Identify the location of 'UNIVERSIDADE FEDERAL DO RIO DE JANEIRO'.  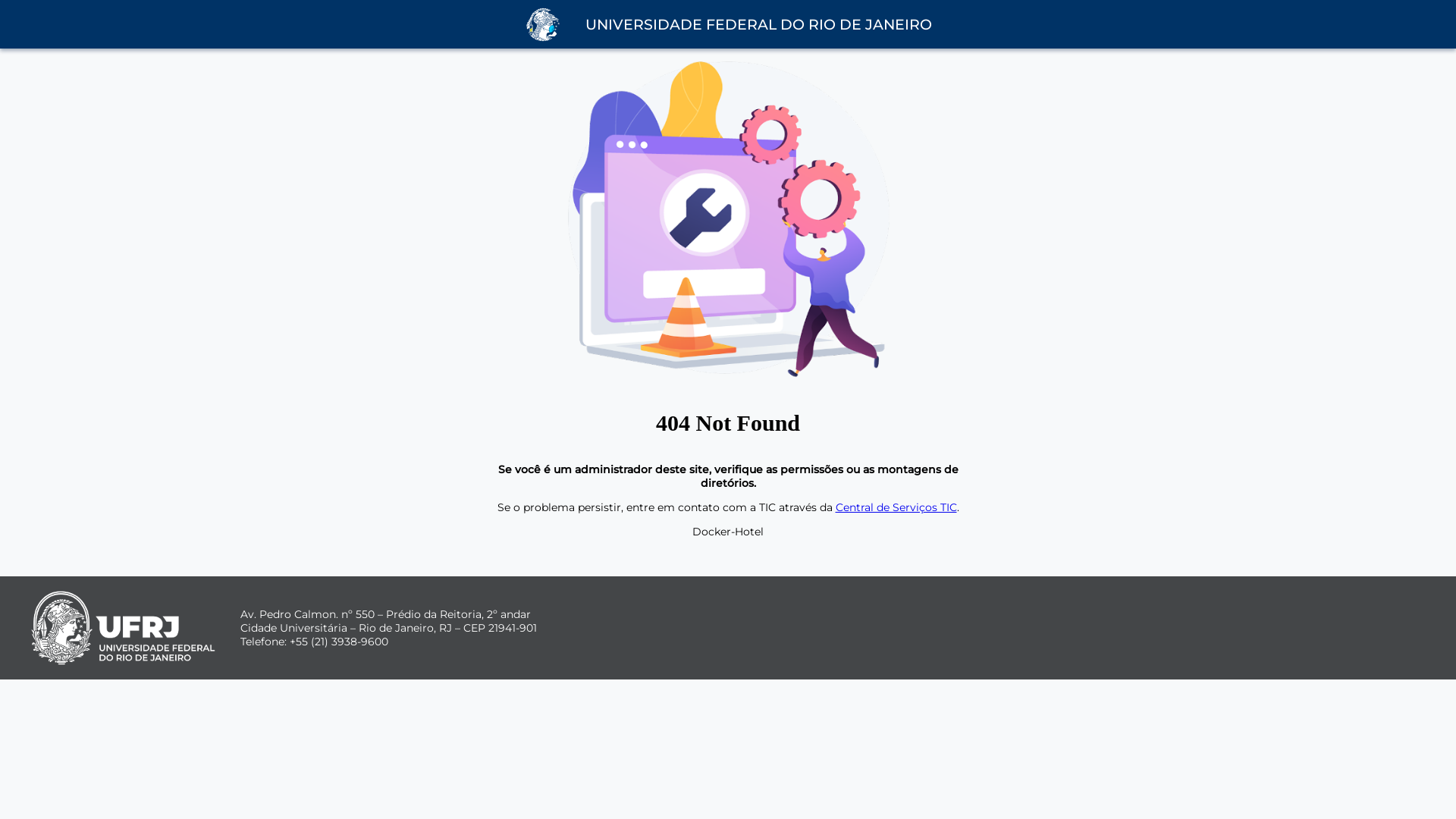
(758, 24).